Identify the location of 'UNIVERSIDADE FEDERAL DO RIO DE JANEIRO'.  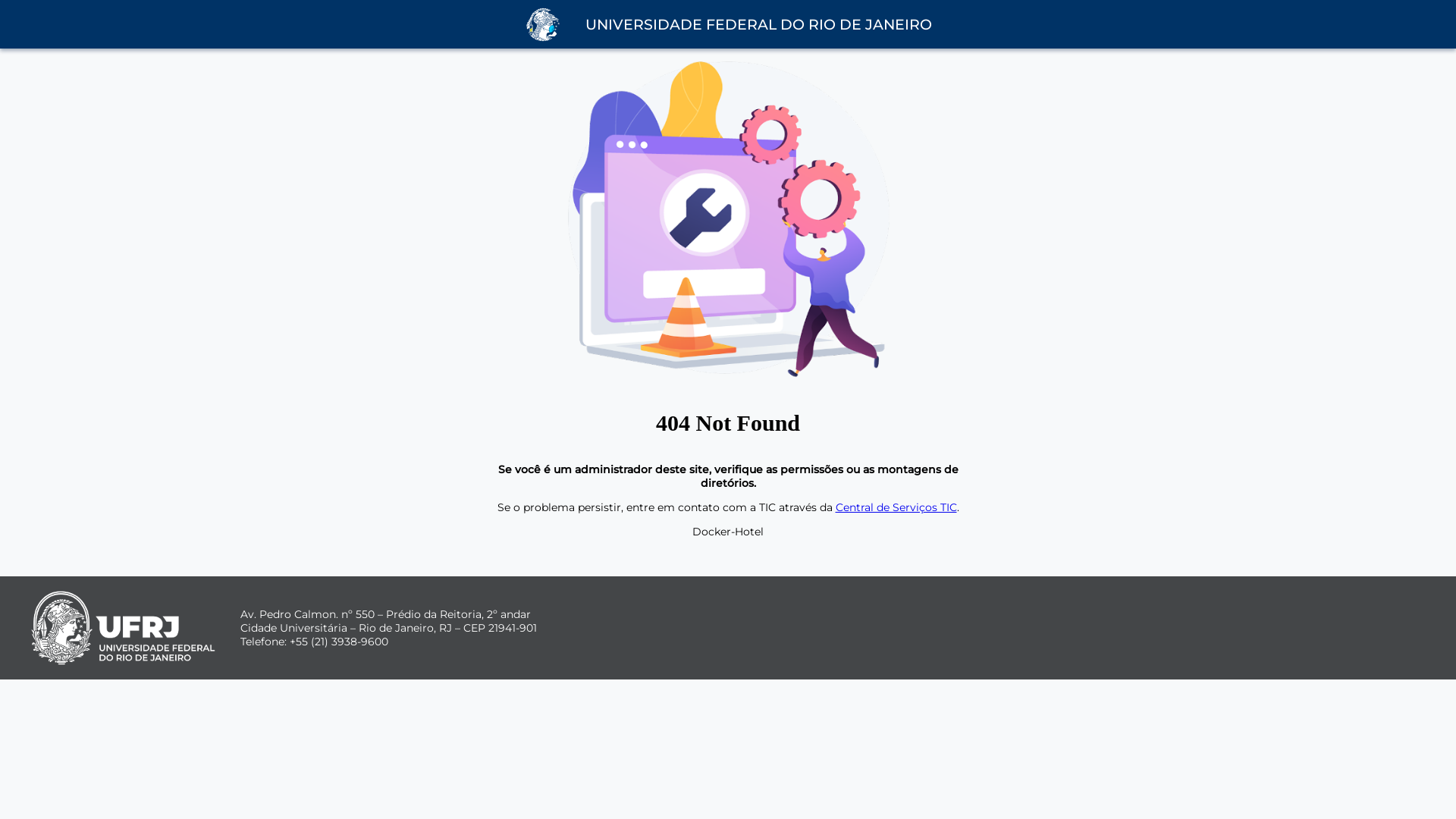
(758, 24).